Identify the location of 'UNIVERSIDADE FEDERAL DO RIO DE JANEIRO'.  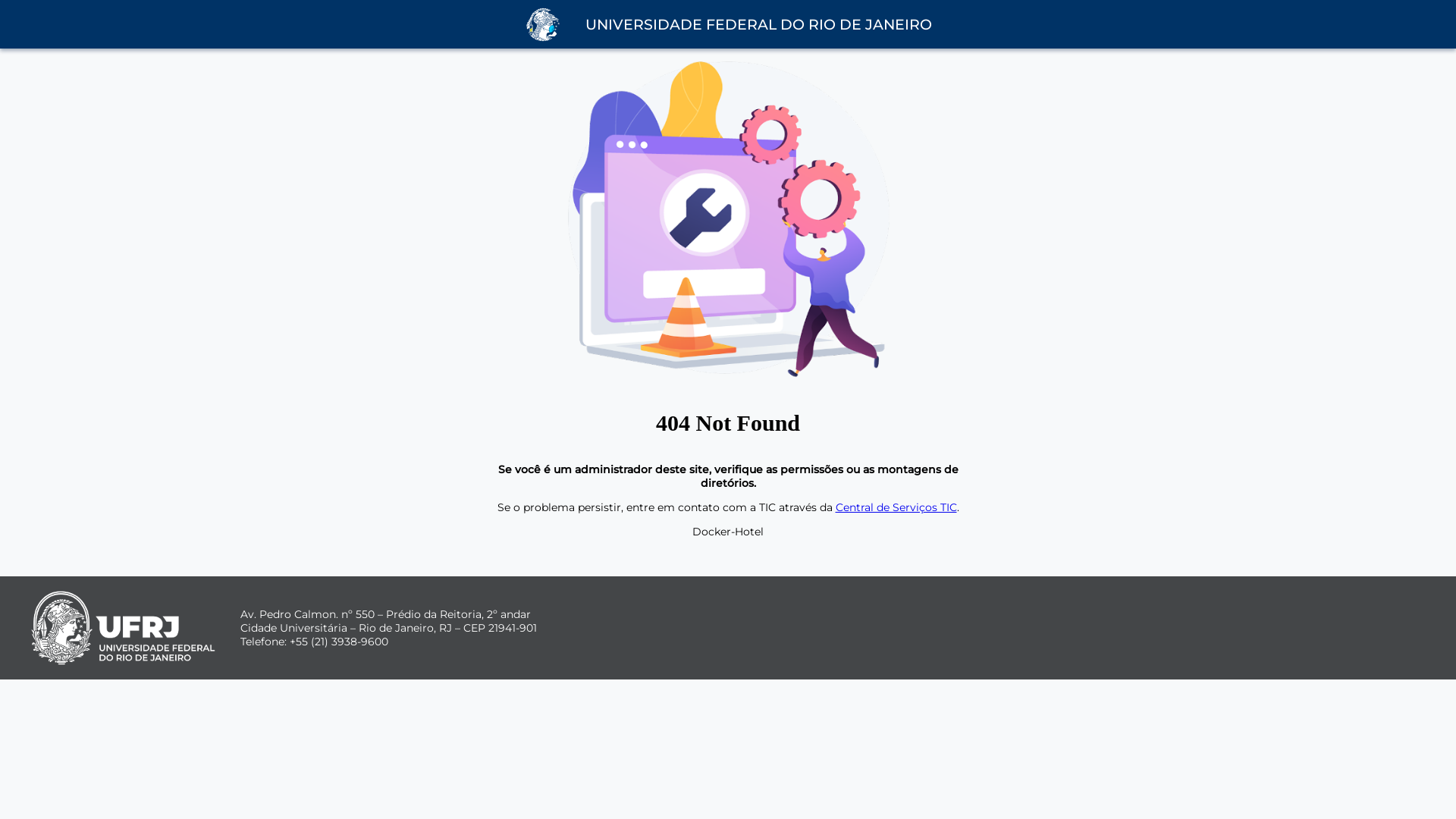
(758, 24).